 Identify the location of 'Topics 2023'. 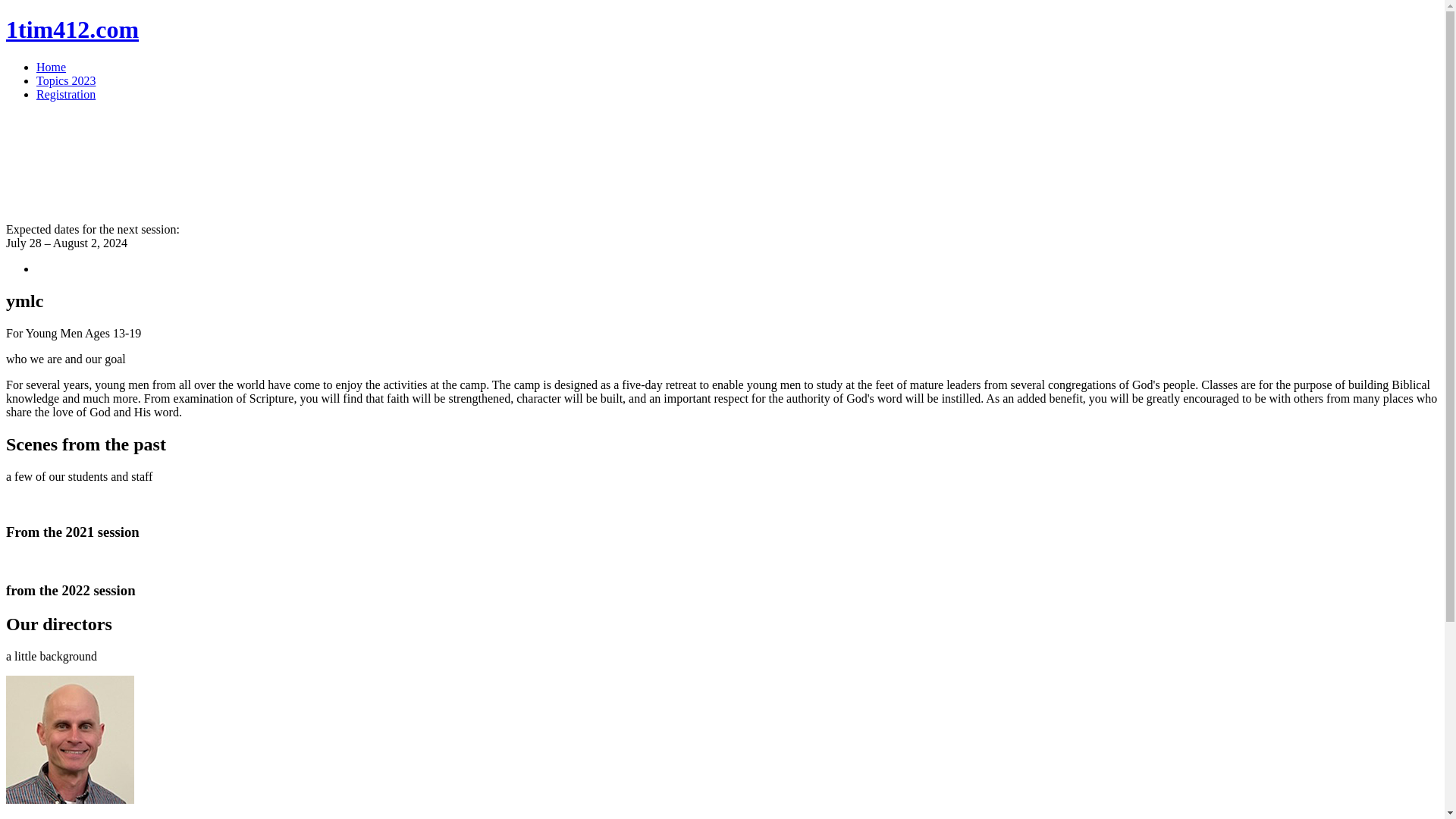
(64, 80).